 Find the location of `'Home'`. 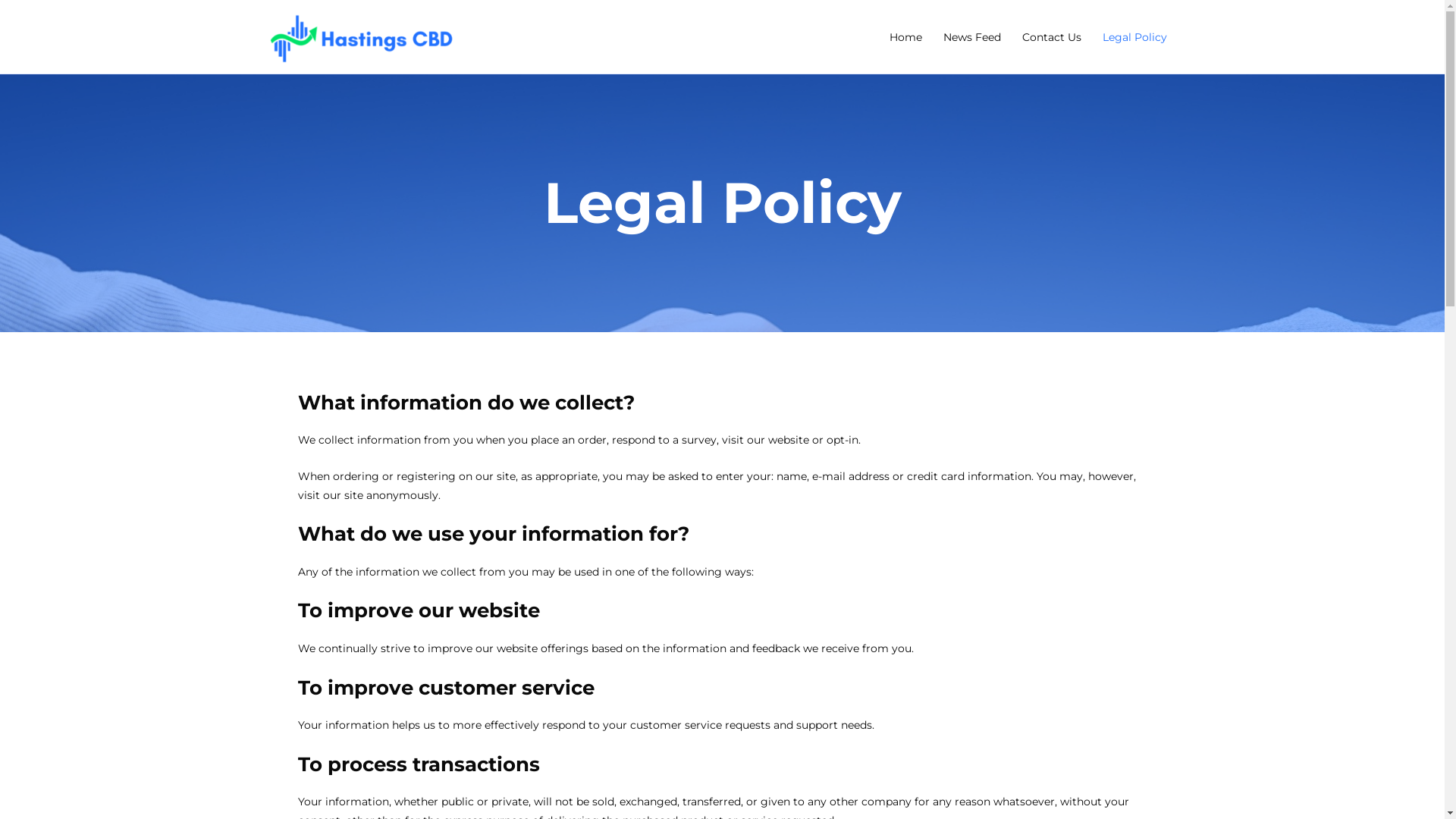

'Home' is located at coordinates (905, 35).